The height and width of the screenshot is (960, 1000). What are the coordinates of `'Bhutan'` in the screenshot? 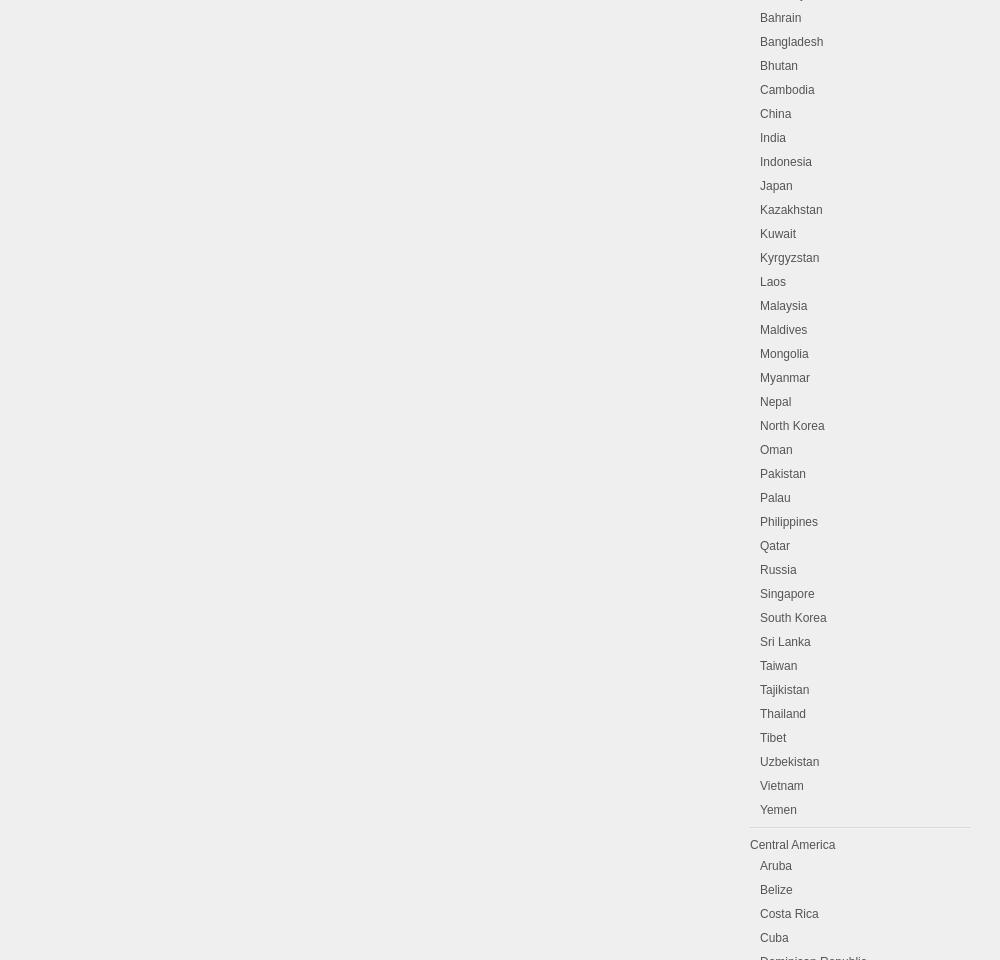 It's located at (779, 65).